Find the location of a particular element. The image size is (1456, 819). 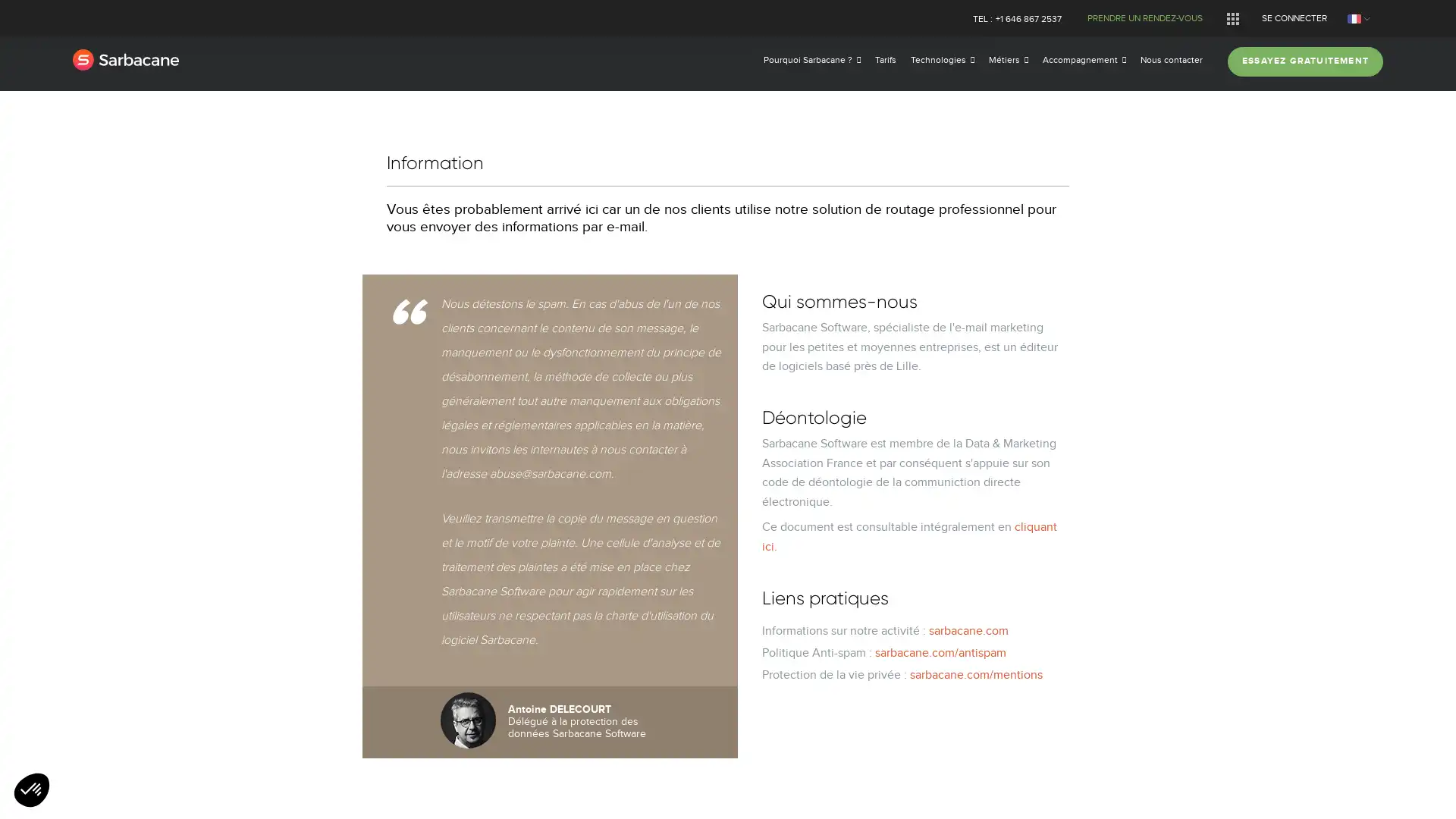

Non merci is located at coordinates (607, 513).